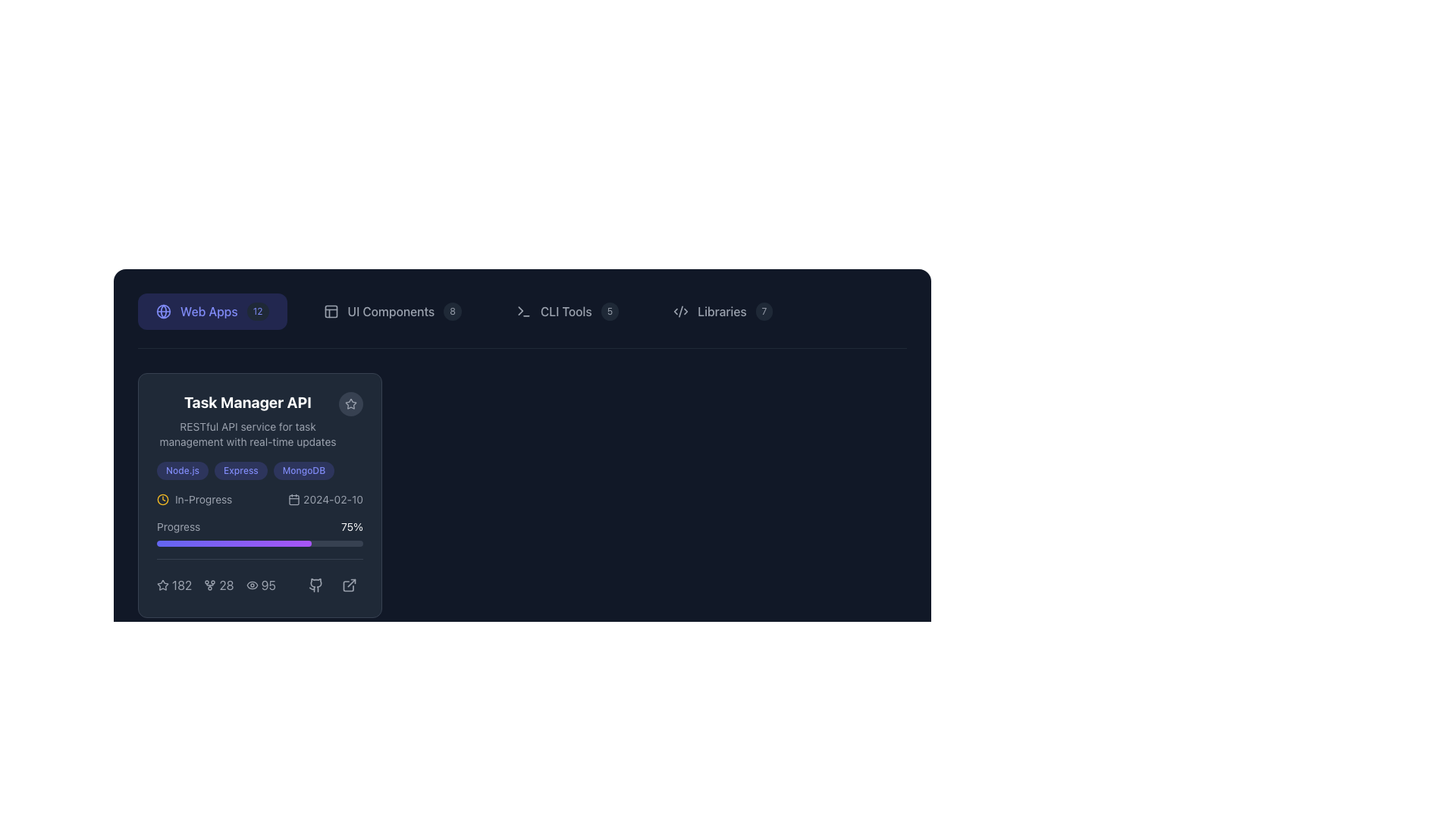 The image size is (1456, 819). Describe the element at coordinates (350, 403) in the screenshot. I see `the star icon located at the bottom portion of the Task Manager API card to mark it as a favorite` at that location.